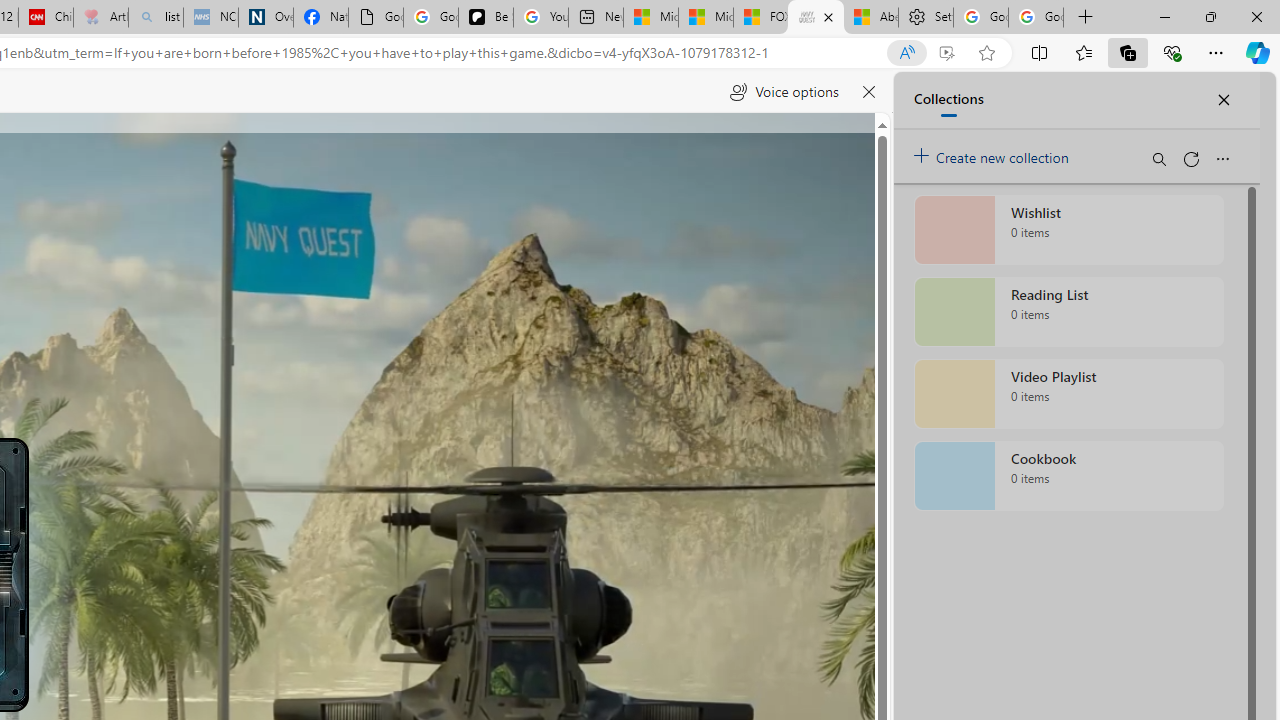 This screenshot has width=1280, height=720. I want to click on 'Settings', so click(925, 17).